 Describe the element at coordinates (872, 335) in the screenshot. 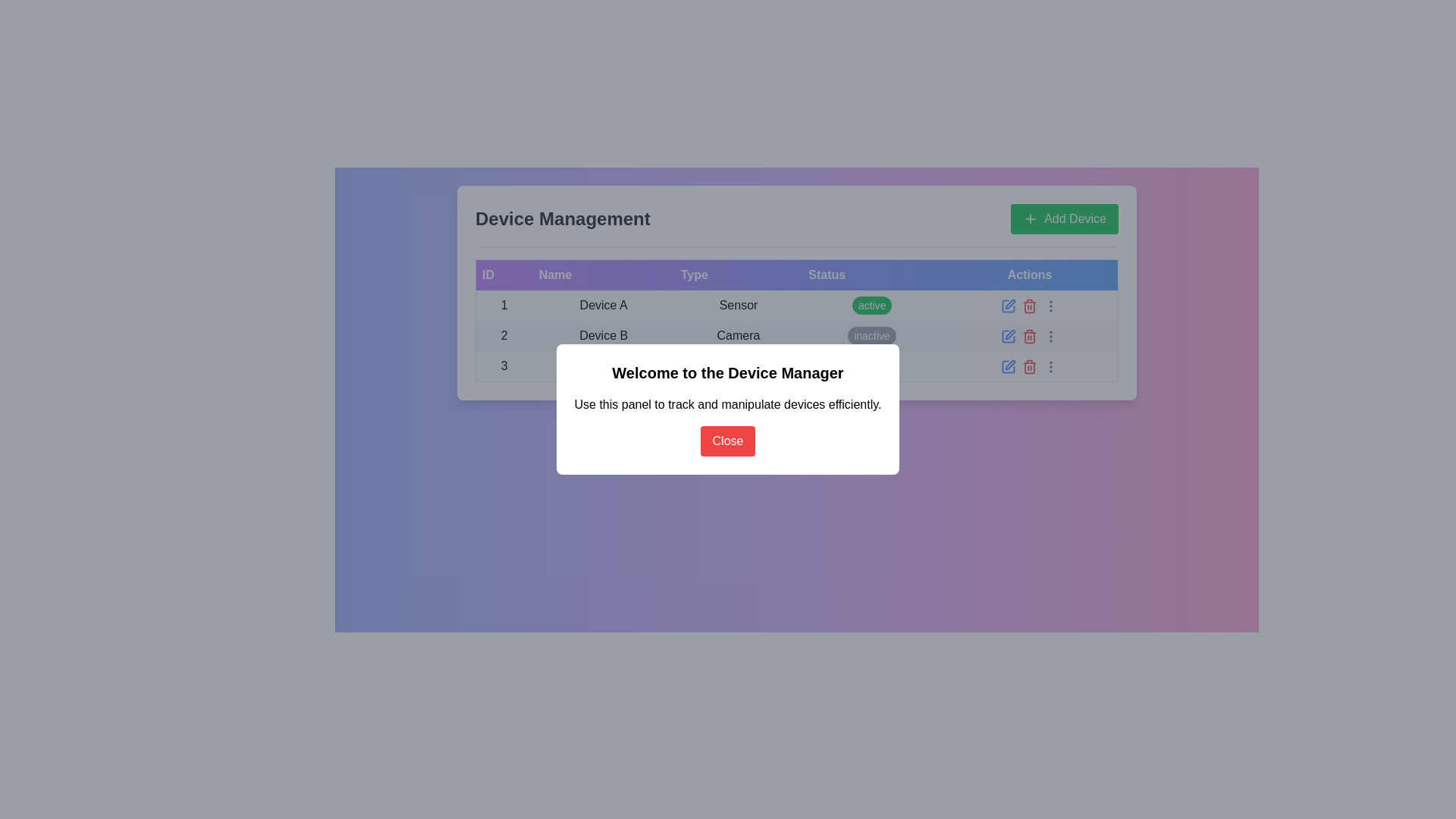

I see `the 'inactive' status indicator for 'Device B' located in the fourth cell of the second row under the 'Status' column` at that location.